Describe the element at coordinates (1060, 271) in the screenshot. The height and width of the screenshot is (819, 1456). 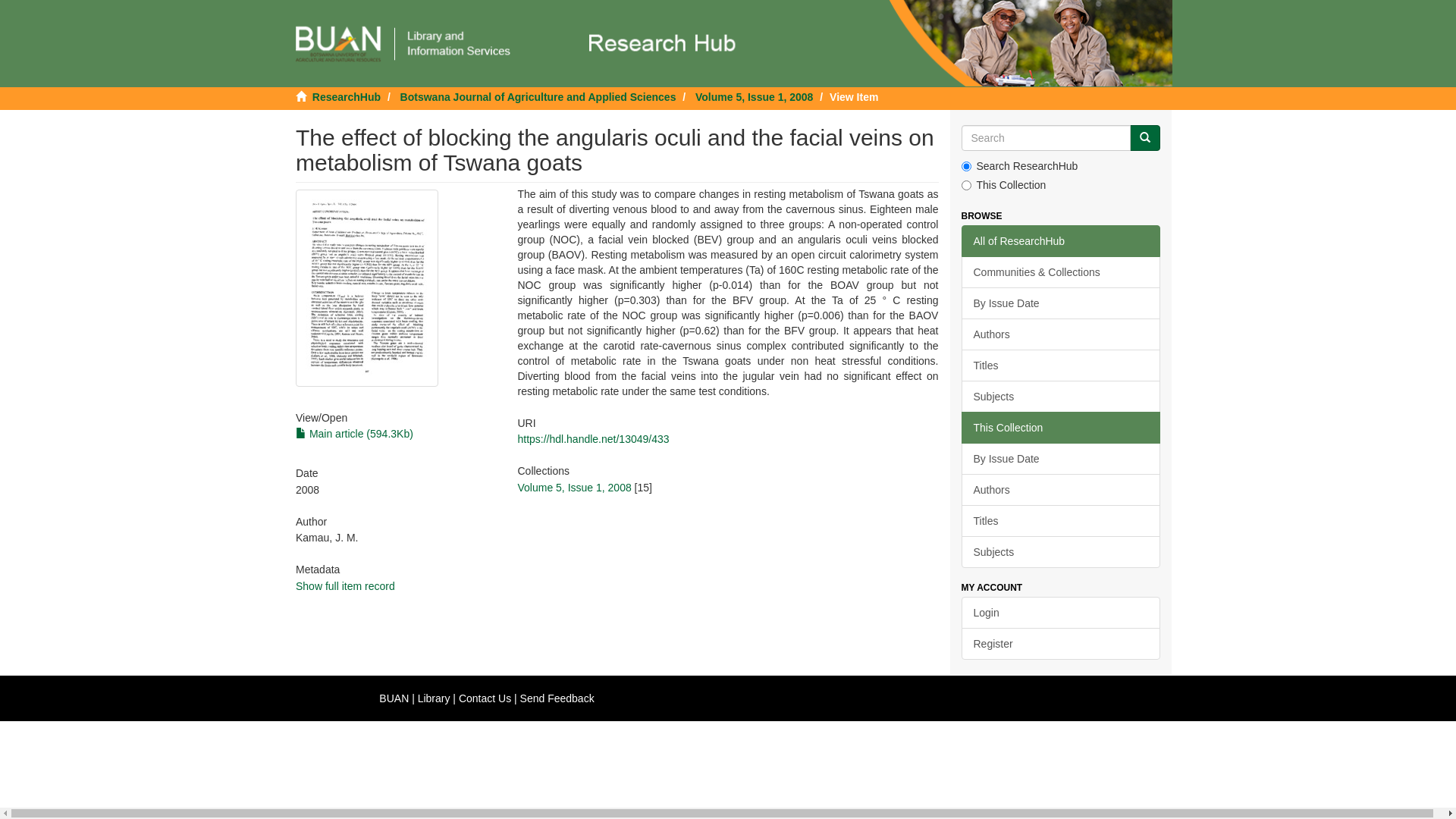
I see `'Communities & Collections'` at that location.